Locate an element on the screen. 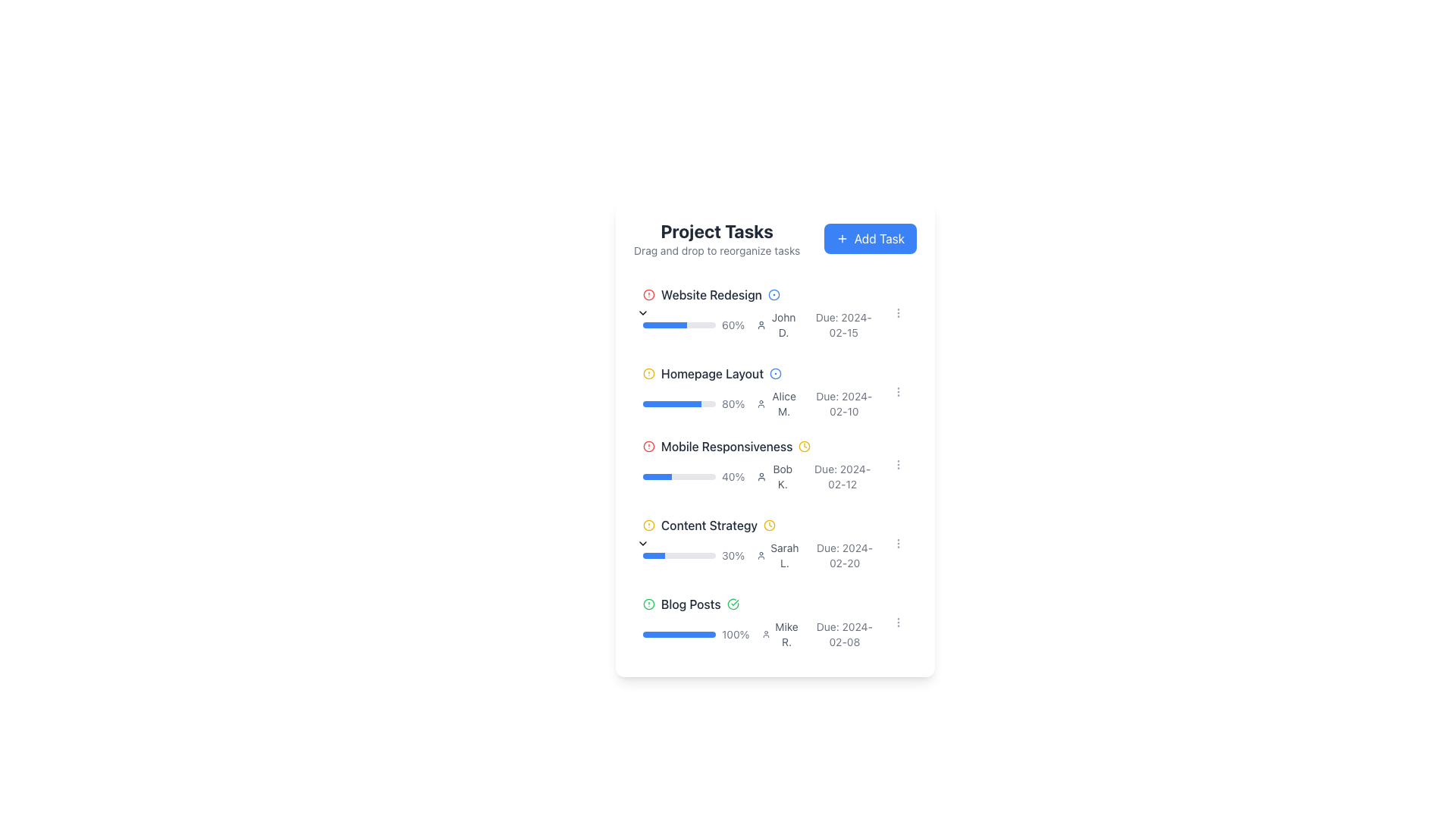 Image resolution: width=1456 pixels, height=819 pixels. the Label with icon displaying the user's name assigned to the 'Content Strategy' task, located to the right of the progress bar and before the due date text is located at coordinates (778, 555).